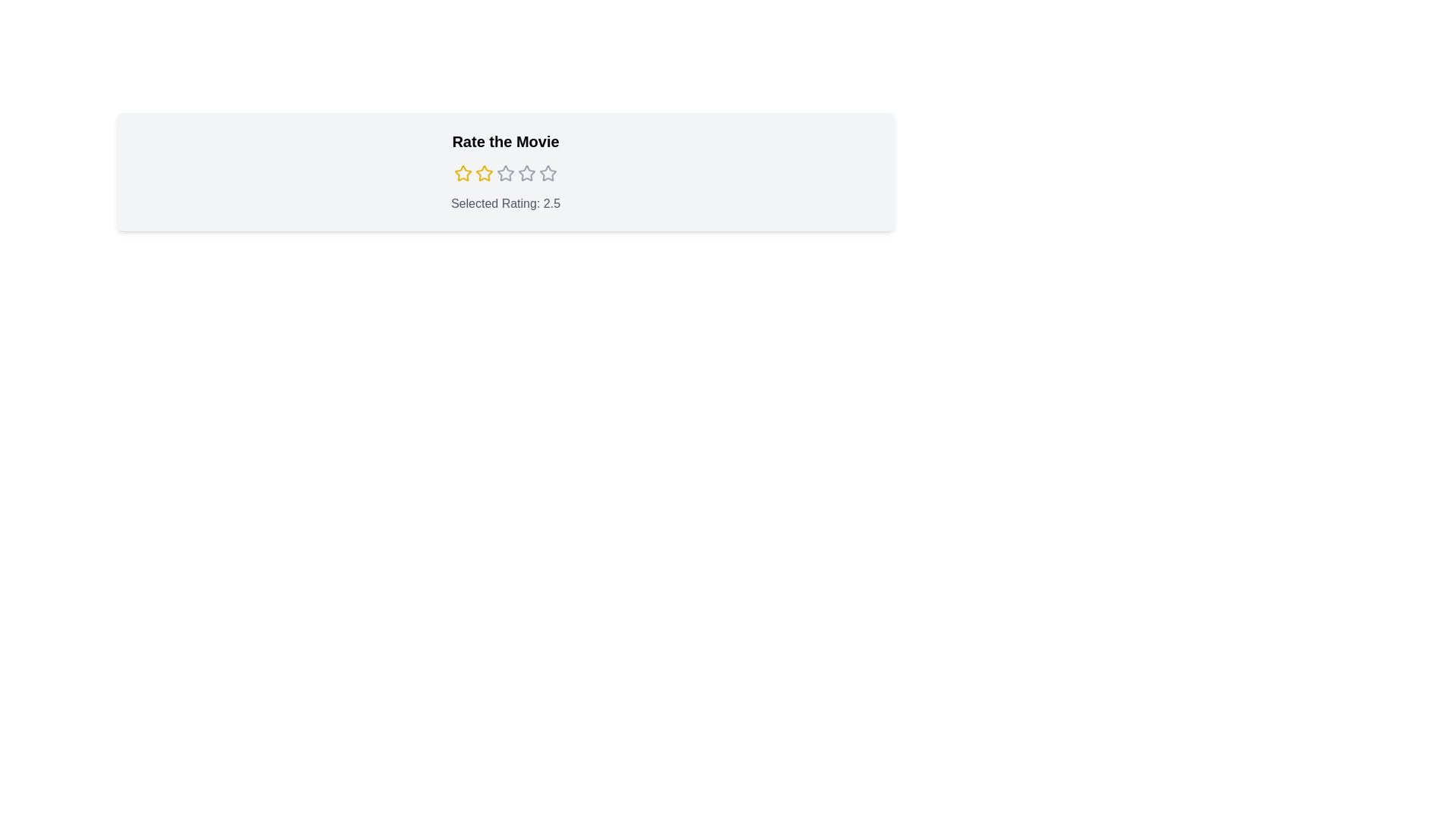  I want to click on the third star in a 5-star rating system to provide a visual cue for selection, so click(506, 172).